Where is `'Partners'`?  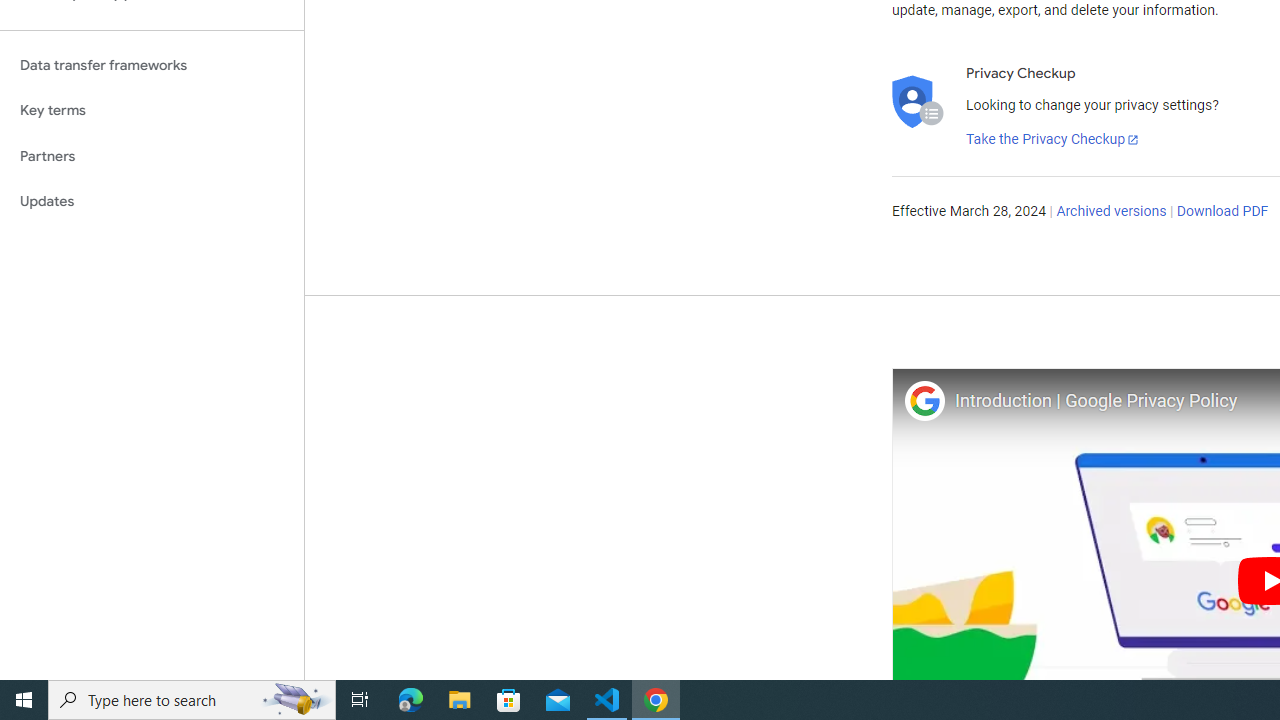
'Partners' is located at coordinates (151, 155).